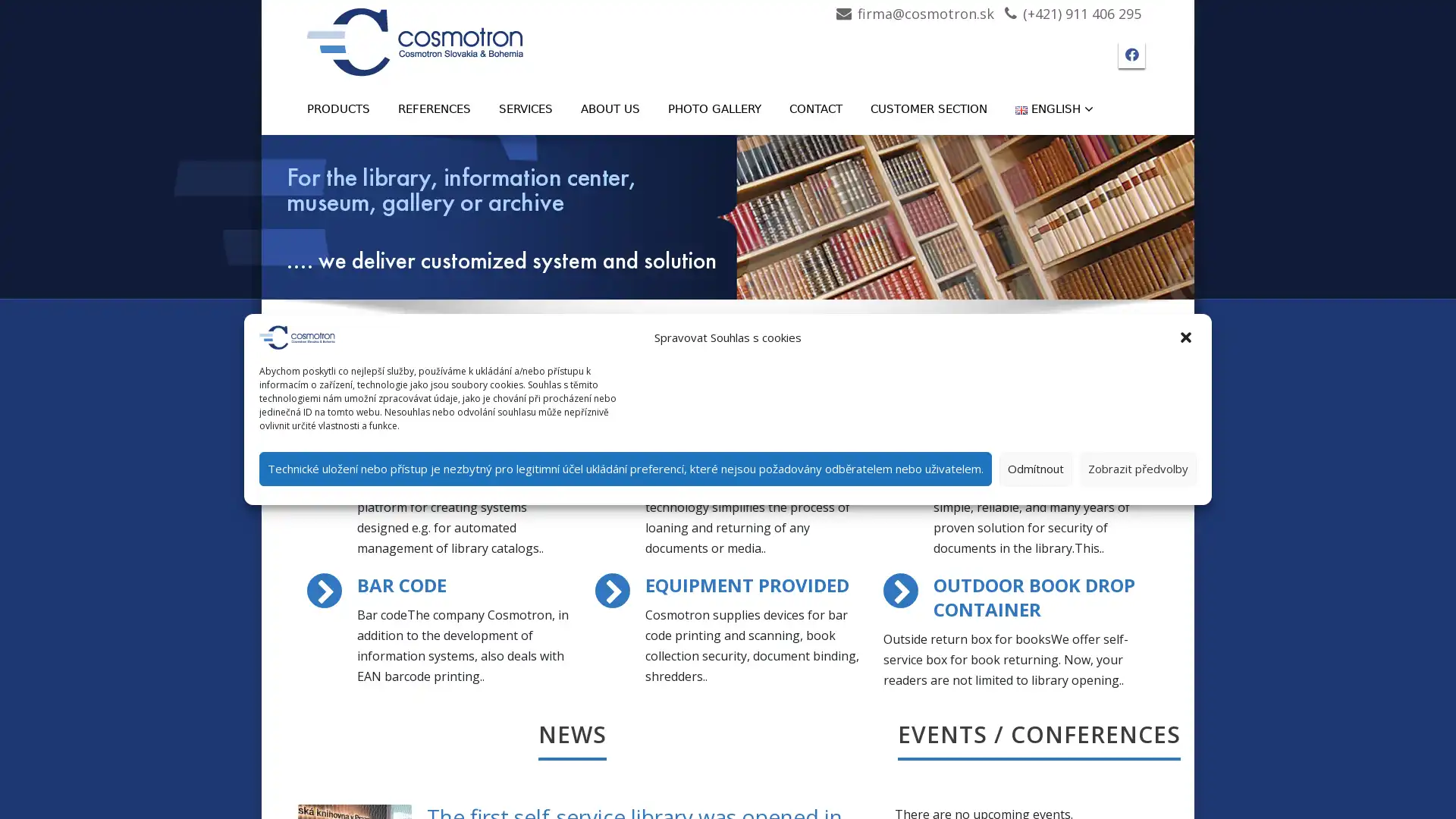 This screenshot has height=819, width=1456. What do you see at coordinates (1035, 467) in the screenshot?
I see `Odmitnout` at bounding box center [1035, 467].